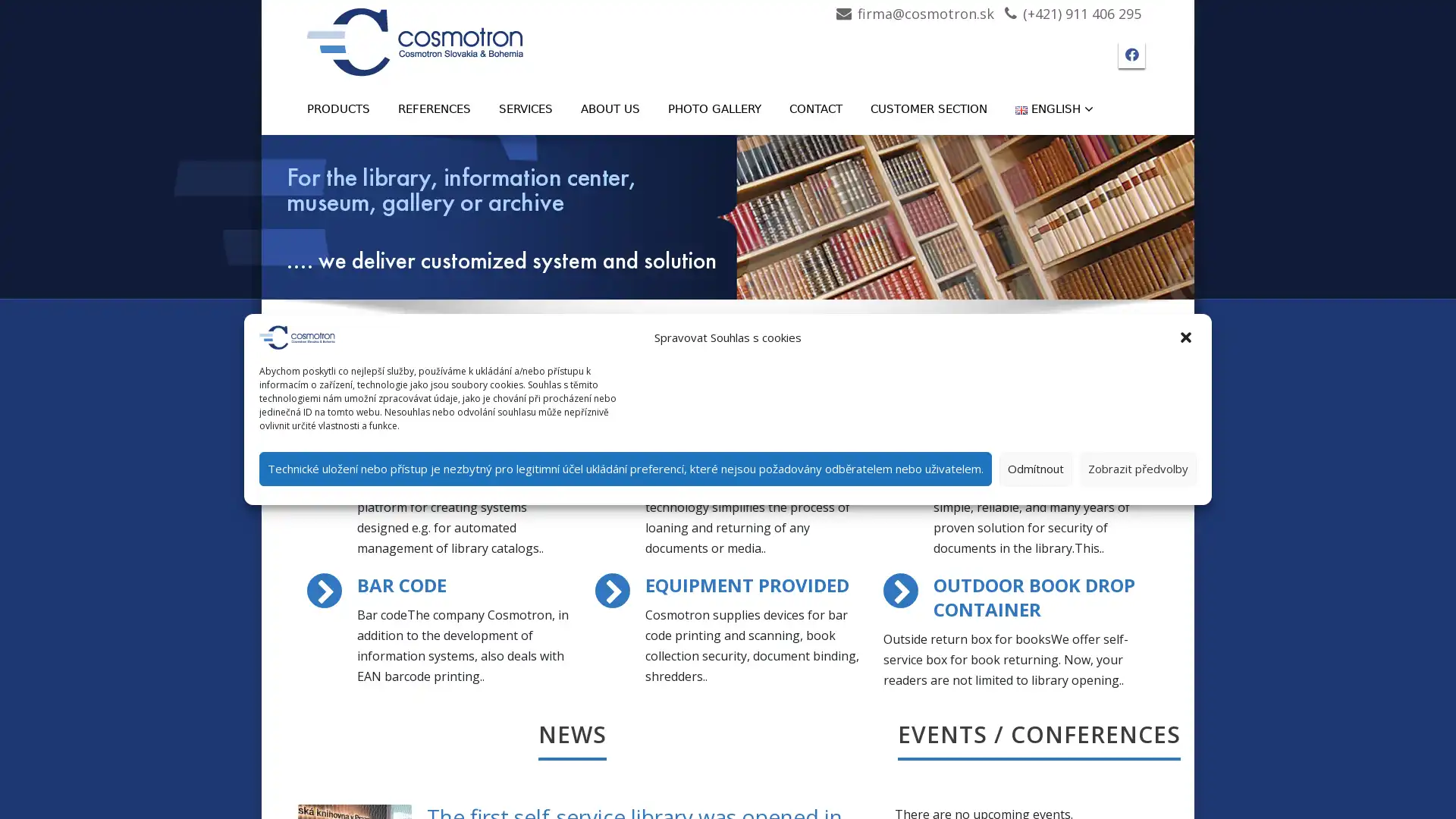 This screenshot has height=819, width=1456. What do you see at coordinates (1035, 467) in the screenshot?
I see `Odmitnout` at bounding box center [1035, 467].